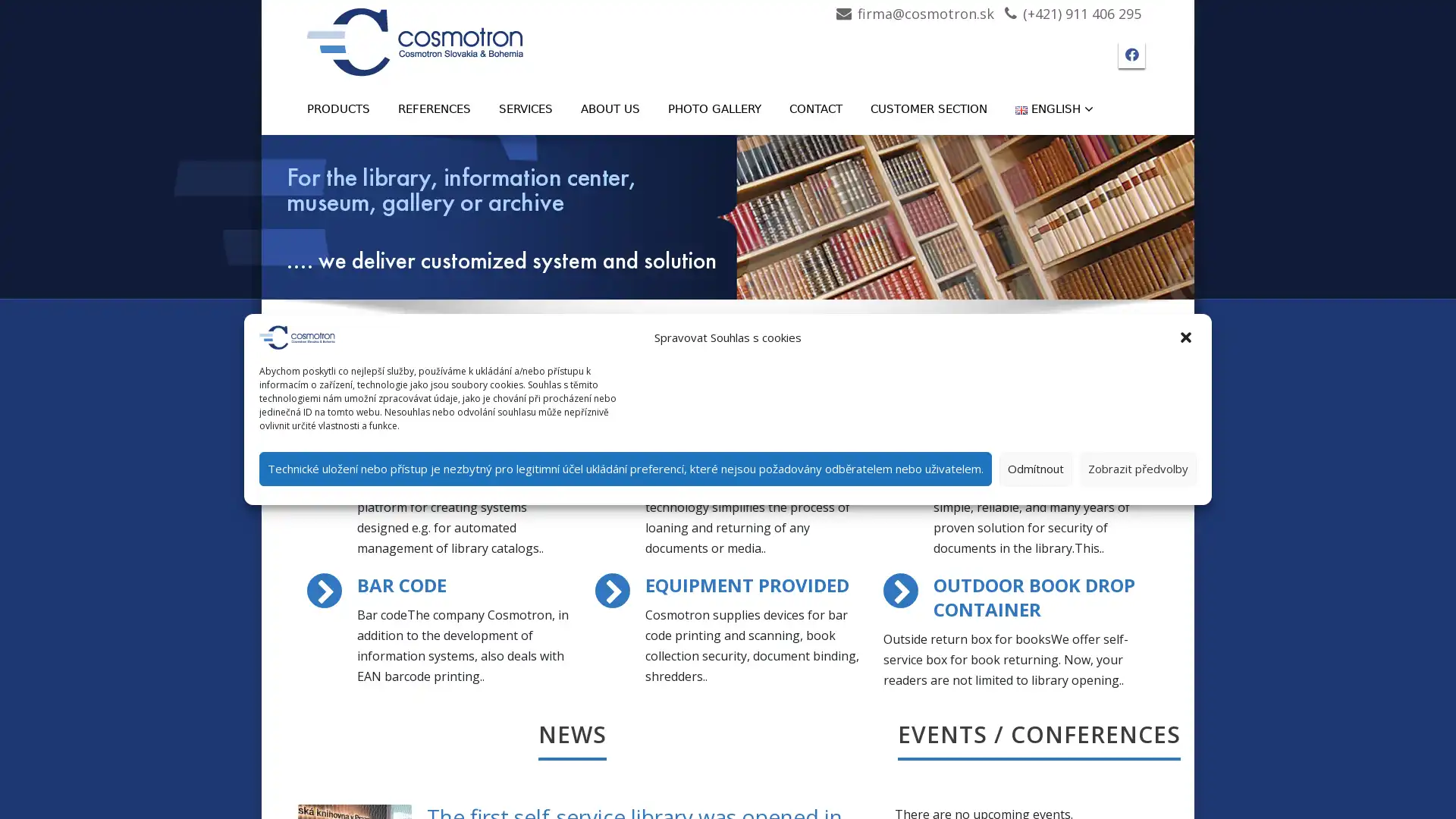 This screenshot has height=819, width=1456. What do you see at coordinates (1035, 467) in the screenshot?
I see `Odmitnout` at bounding box center [1035, 467].